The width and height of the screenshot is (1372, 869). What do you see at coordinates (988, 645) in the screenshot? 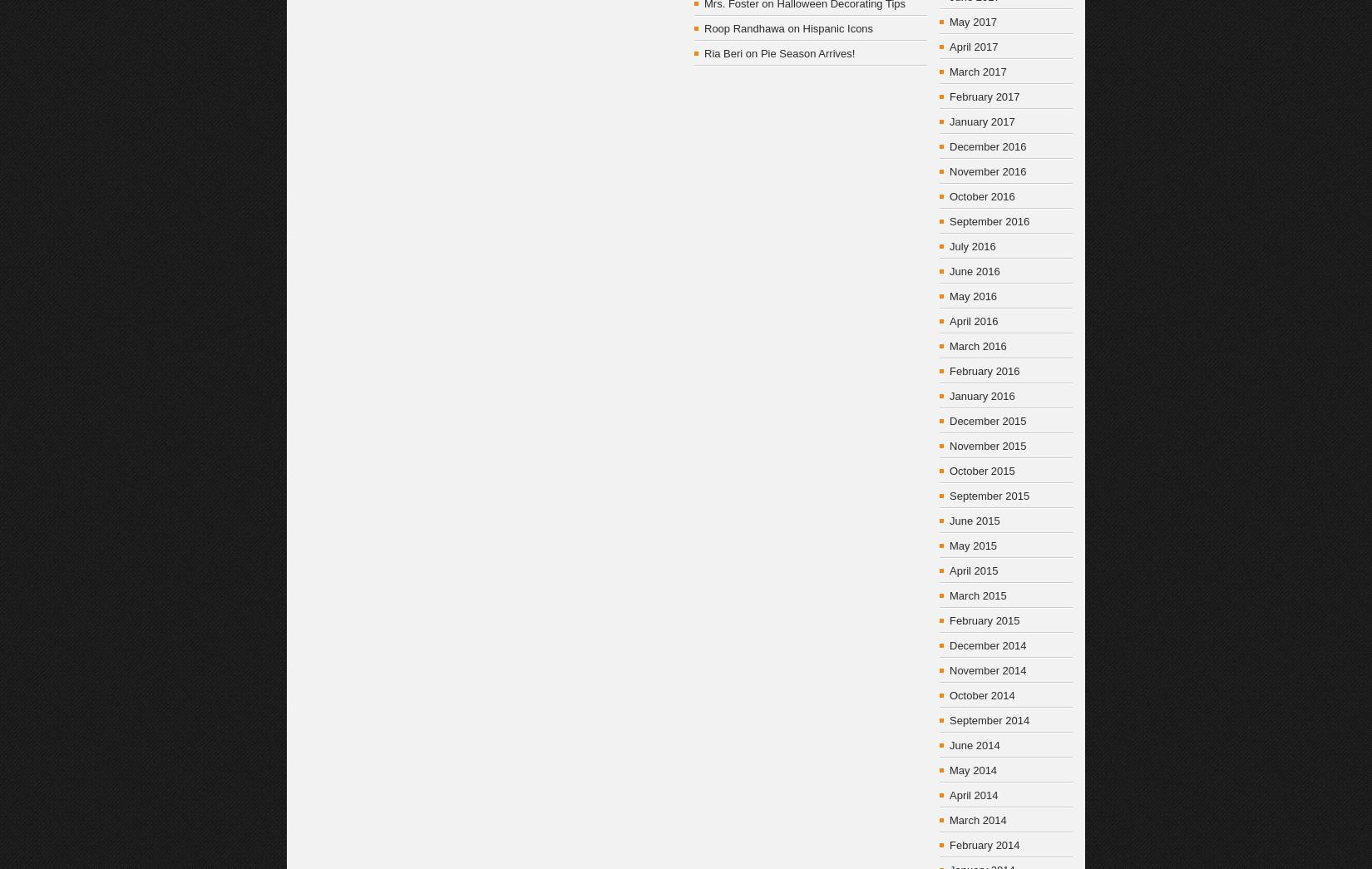
I see `'December 2014'` at bounding box center [988, 645].